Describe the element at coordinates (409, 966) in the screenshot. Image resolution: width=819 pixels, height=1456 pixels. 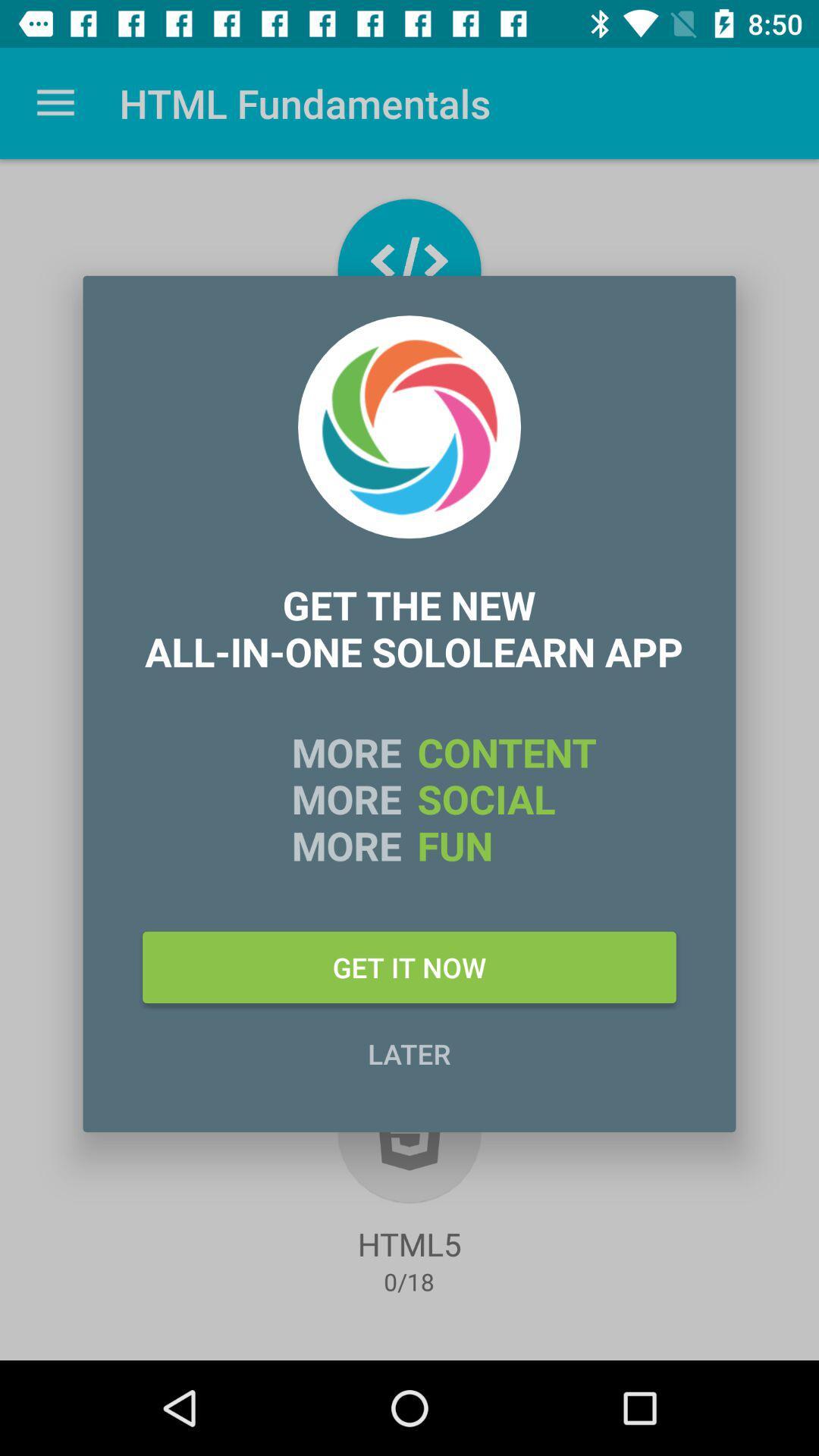
I see `get it now icon` at that location.